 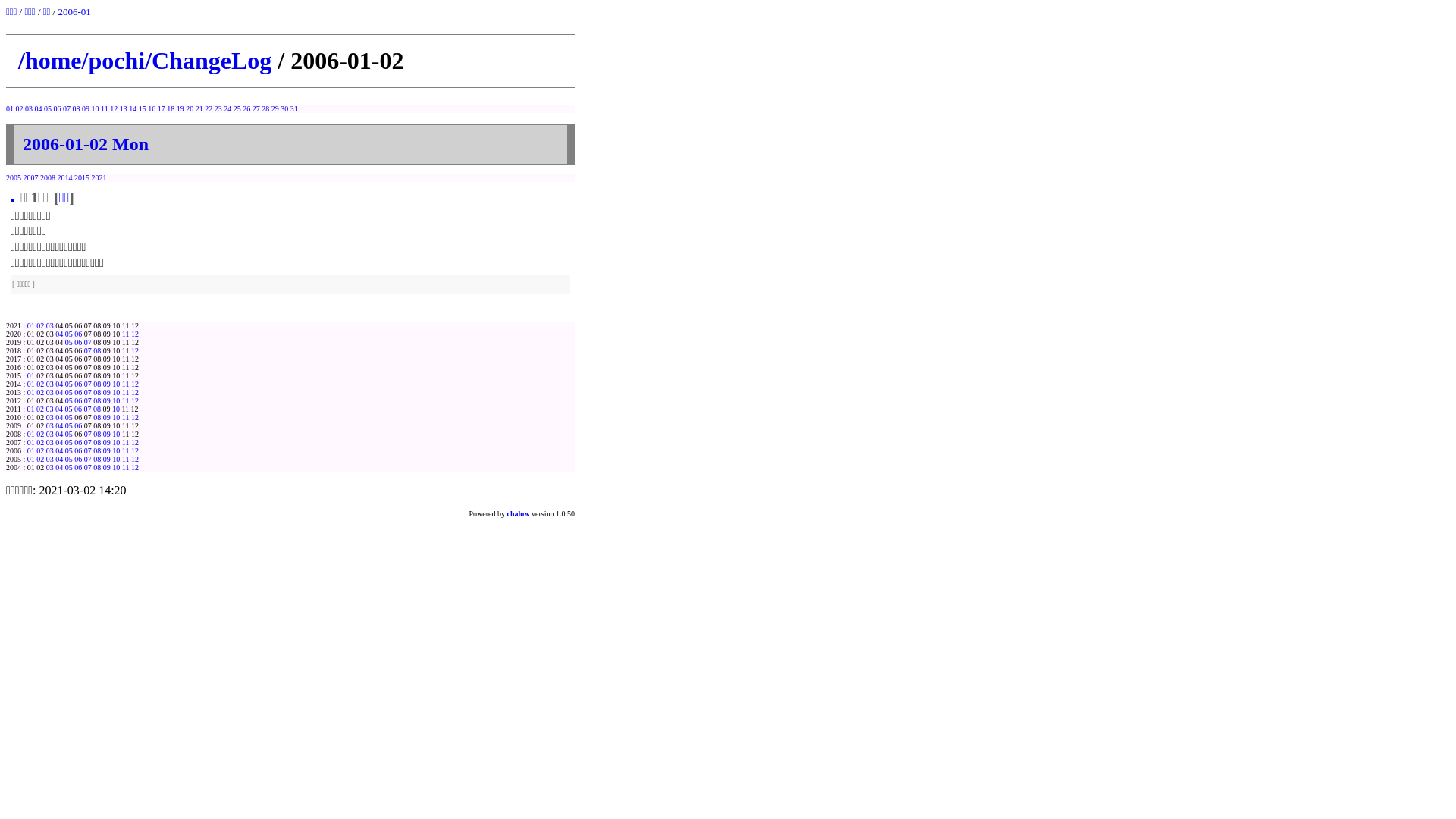 I want to click on '2006-01', so click(x=73, y=11).